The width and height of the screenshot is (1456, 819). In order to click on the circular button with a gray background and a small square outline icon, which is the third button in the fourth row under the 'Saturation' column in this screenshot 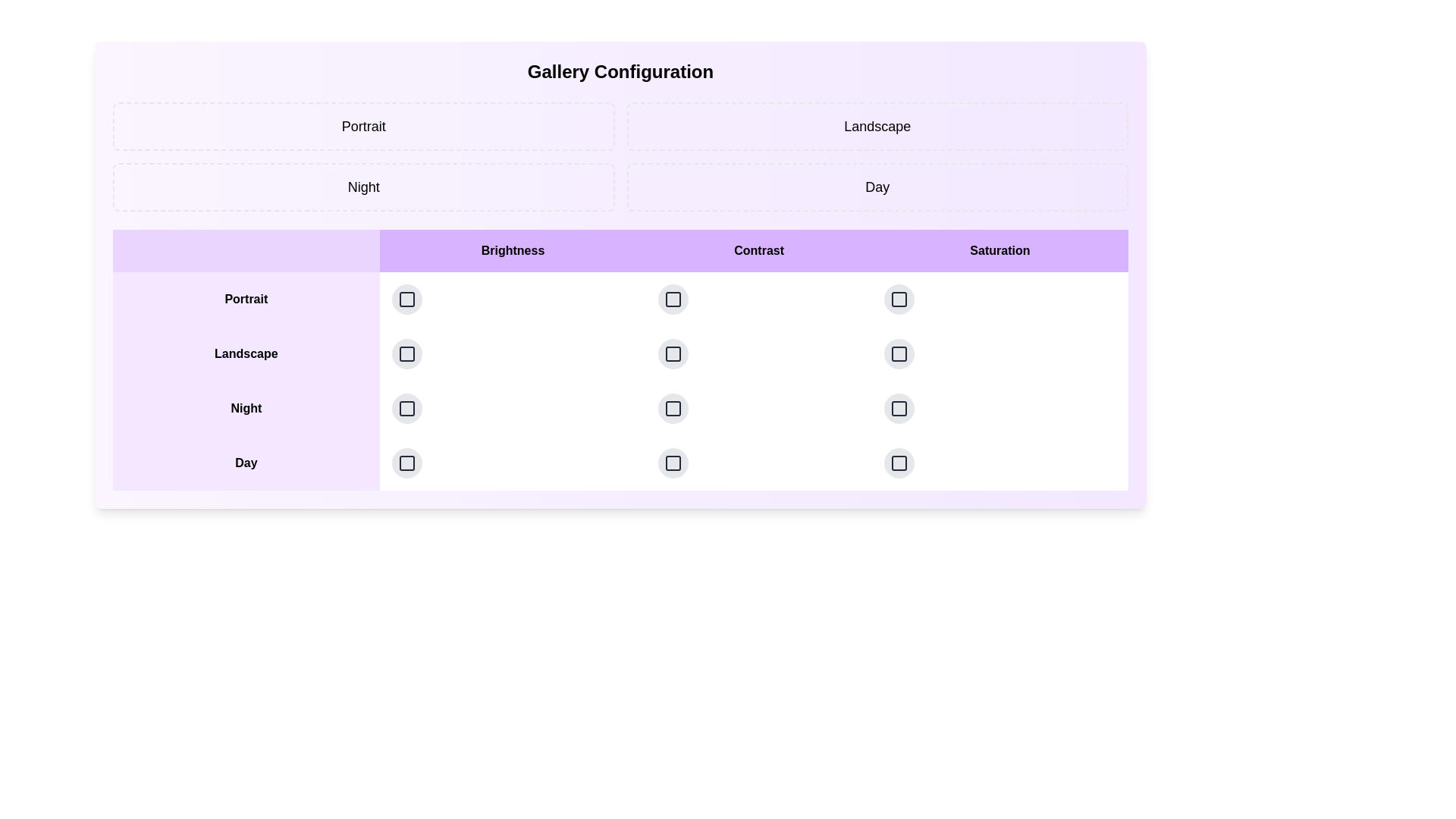, I will do `click(899, 408)`.